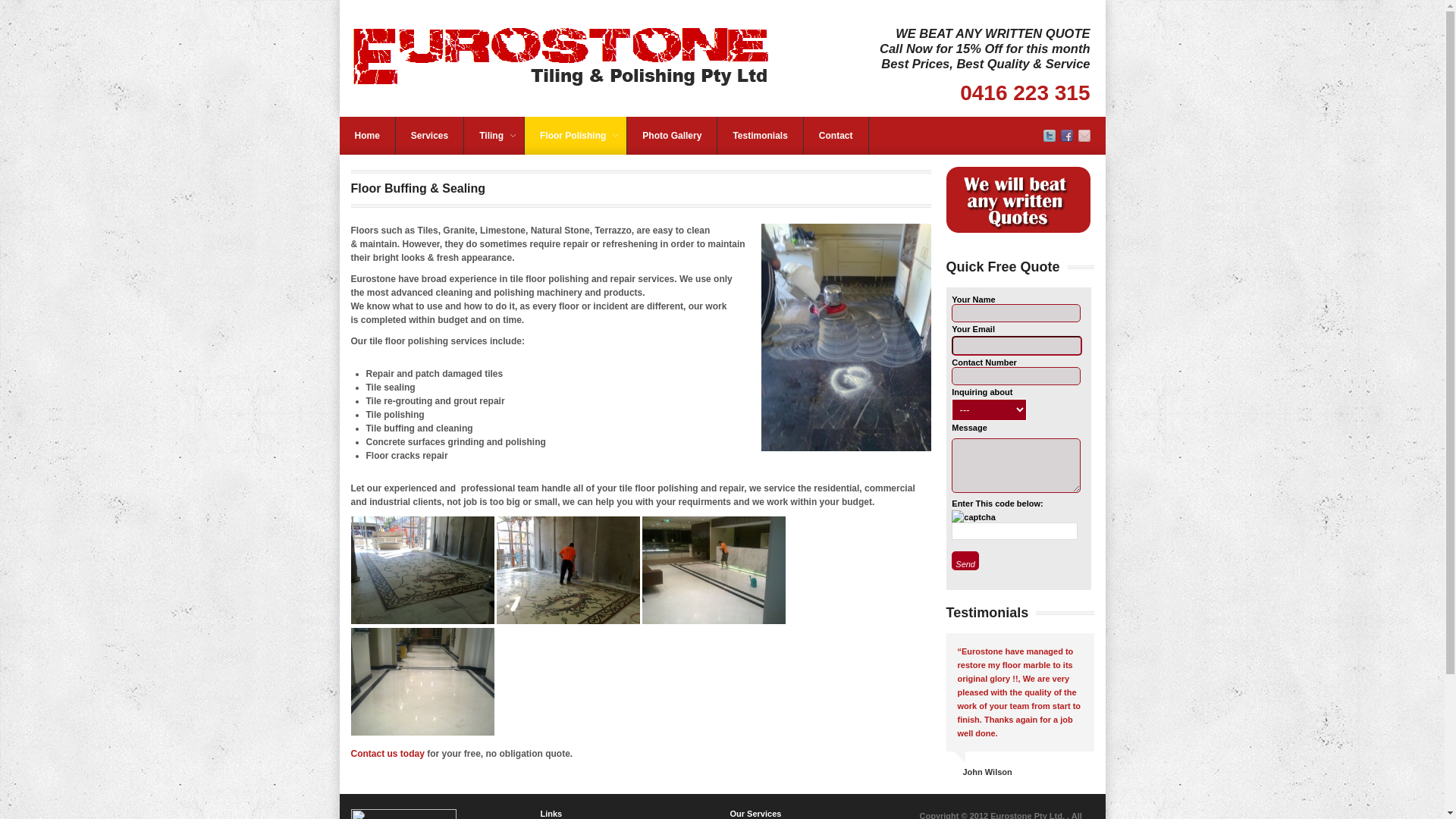 The image size is (1456, 819). What do you see at coordinates (367, 134) in the screenshot?
I see `'Home'` at bounding box center [367, 134].